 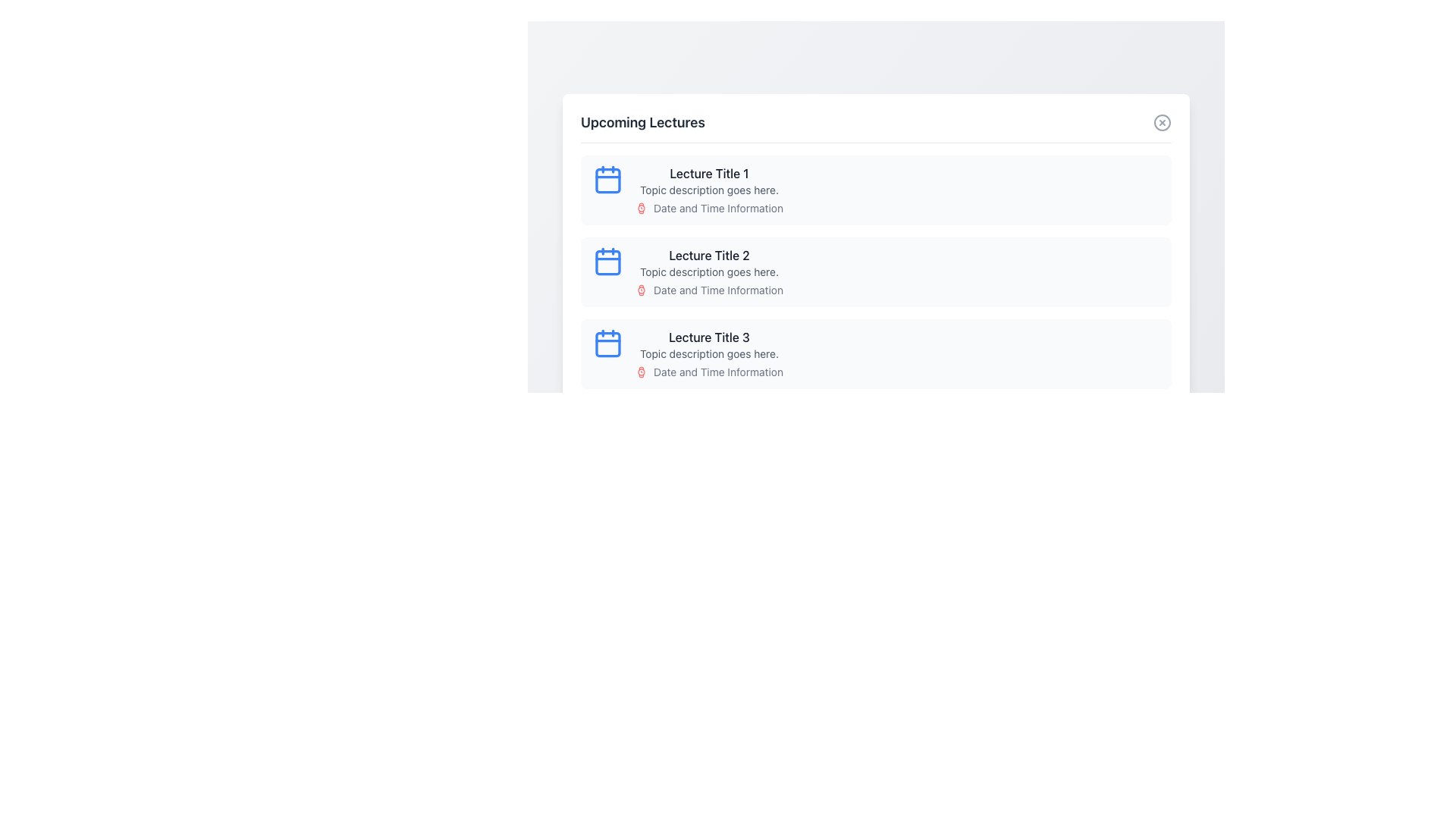 What do you see at coordinates (876, 353) in the screenshot?
I see `the third lecture item in the list, which has a light gray background, a blue calendar icon, the header 'Lecture Title 3', and a footer with a red clock icon` at bounding box center [876, 353].